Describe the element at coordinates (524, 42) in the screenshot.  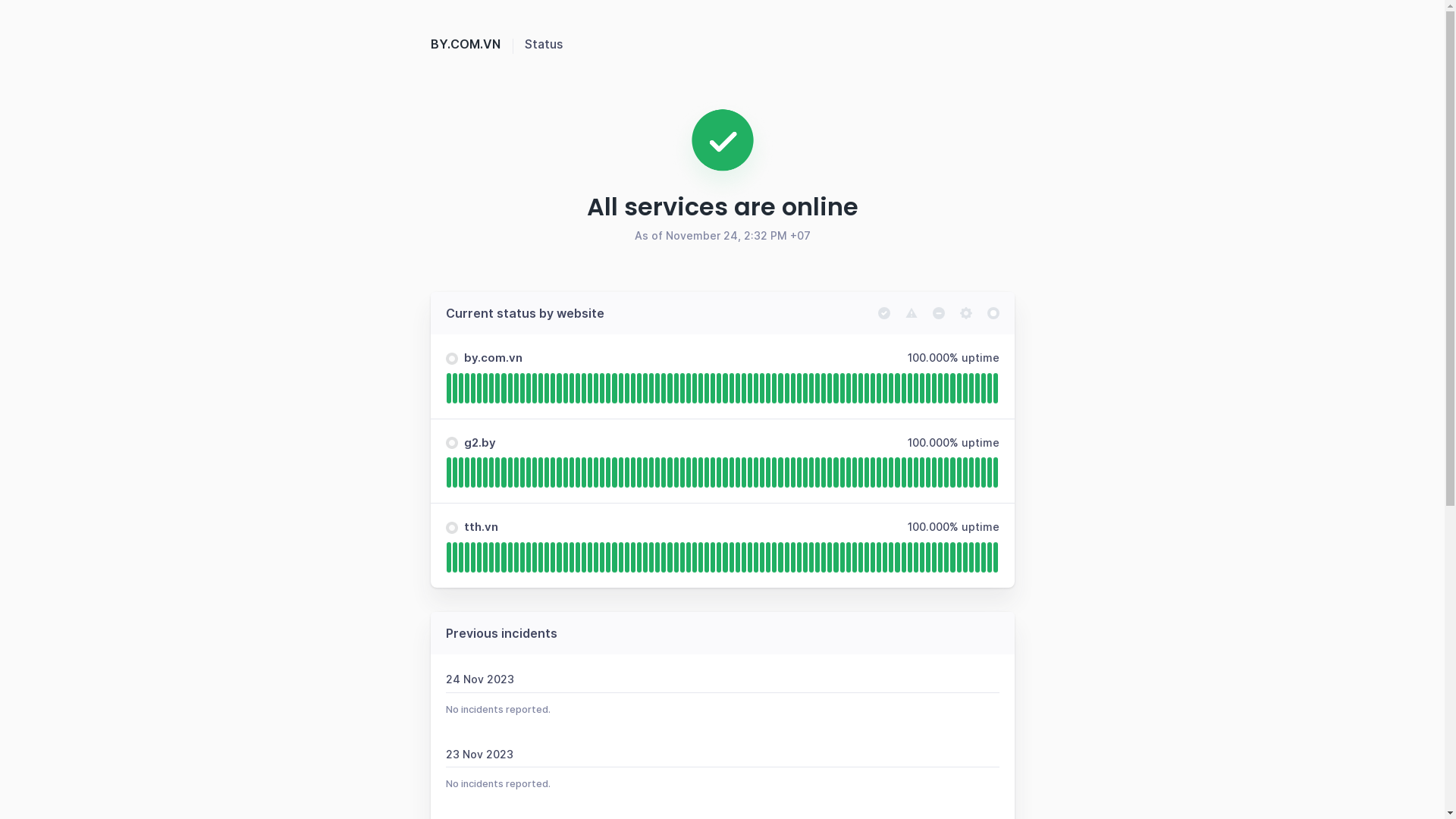
I see `'Status'` at that location.